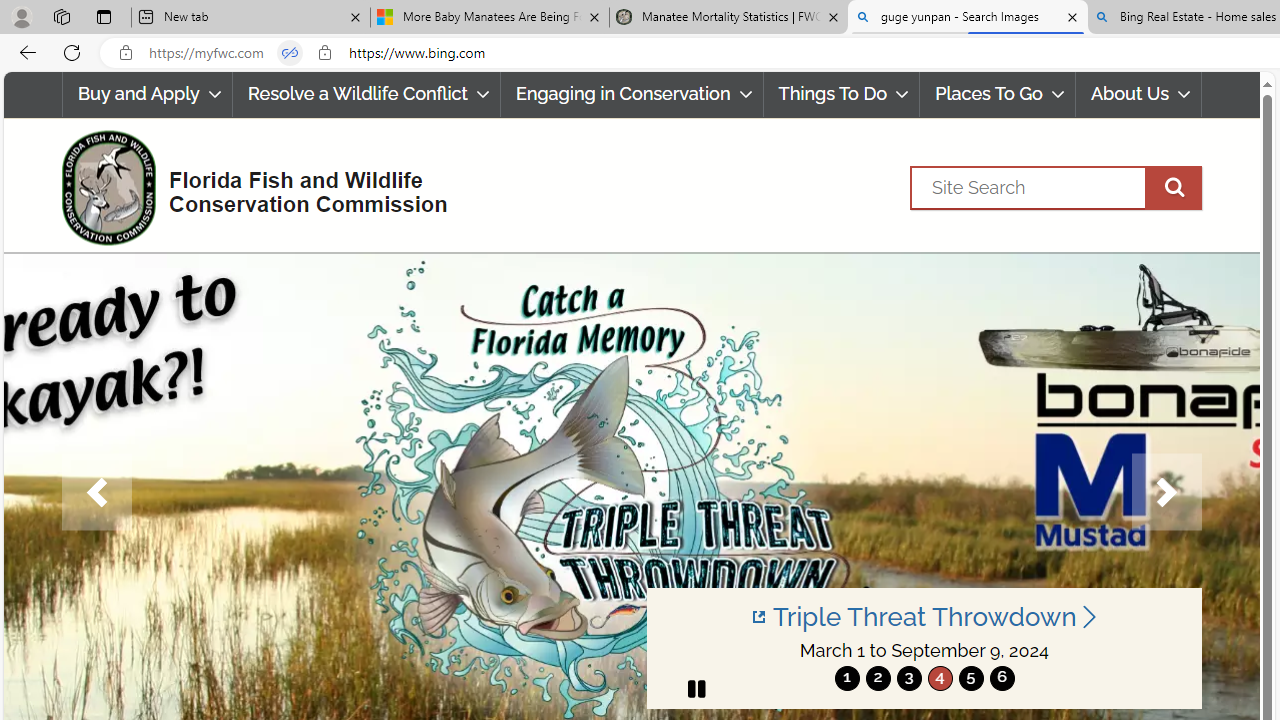 The image size is (1280, 720). I want to click on 'About Us', so click(1138, 94).